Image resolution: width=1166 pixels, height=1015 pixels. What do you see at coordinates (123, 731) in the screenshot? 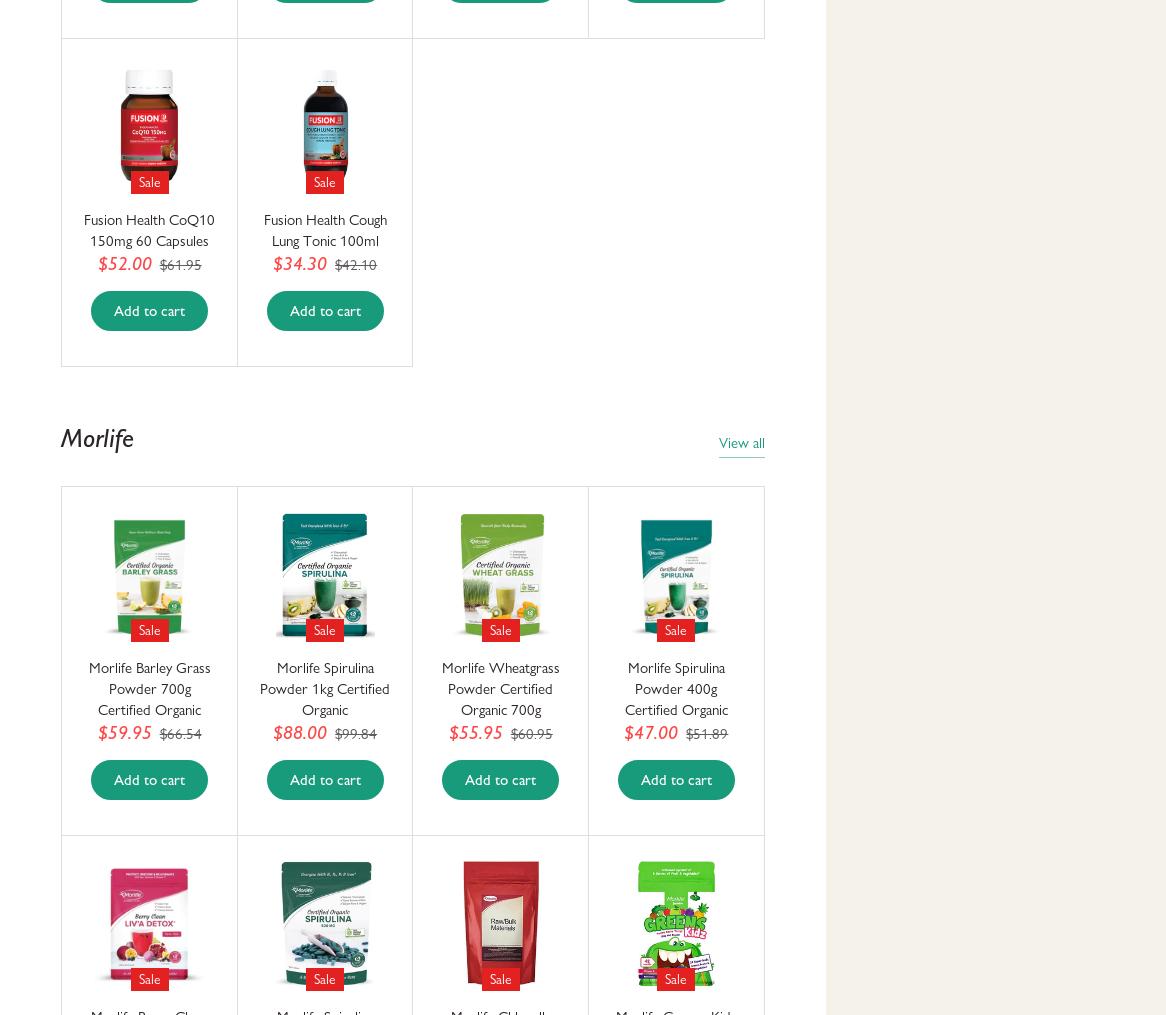
I see `'$59.95'` at bounding box center [123, 731].